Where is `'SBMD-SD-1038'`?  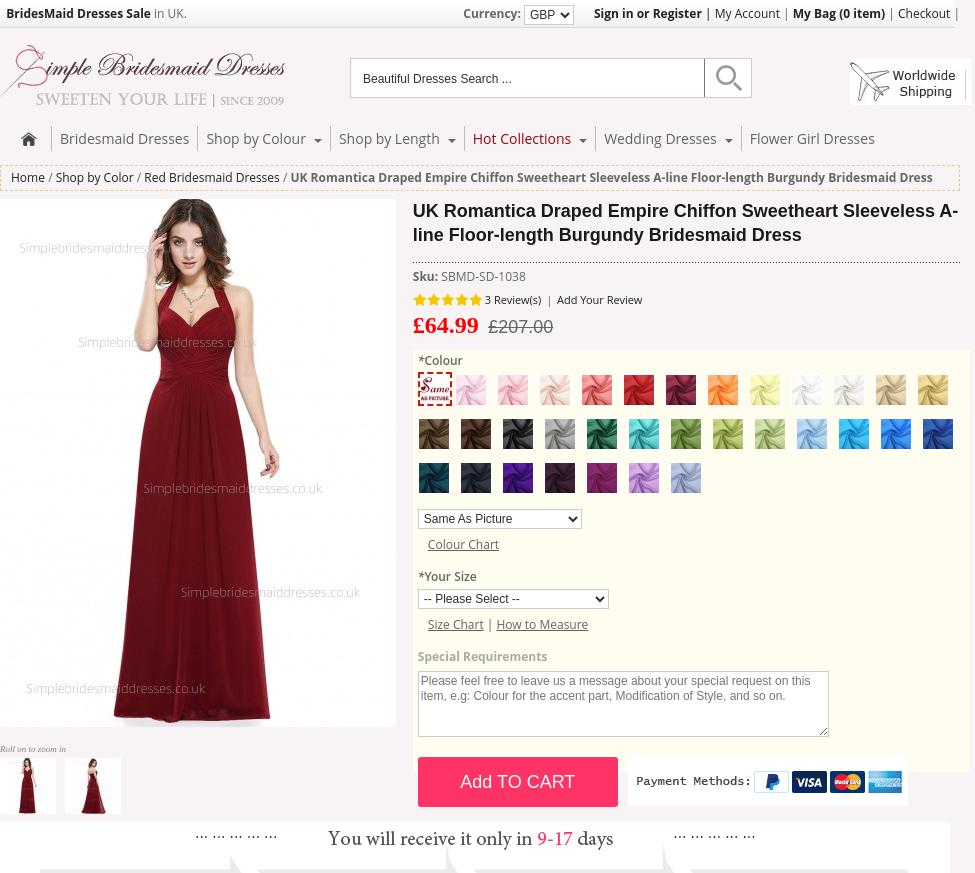 'SBMD-SD-1038' is located at coordinates (483, 275).